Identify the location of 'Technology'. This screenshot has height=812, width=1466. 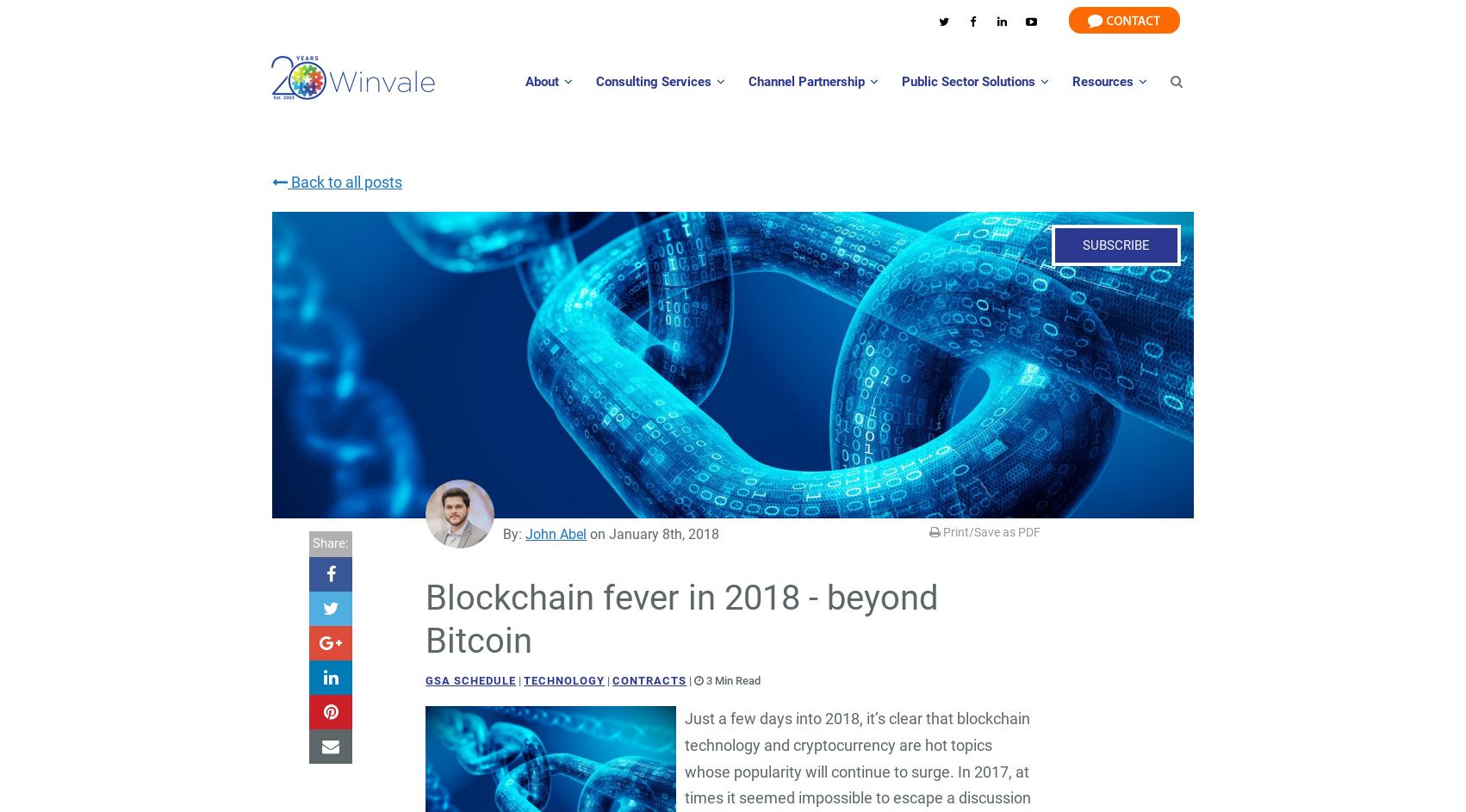
(523, 679).